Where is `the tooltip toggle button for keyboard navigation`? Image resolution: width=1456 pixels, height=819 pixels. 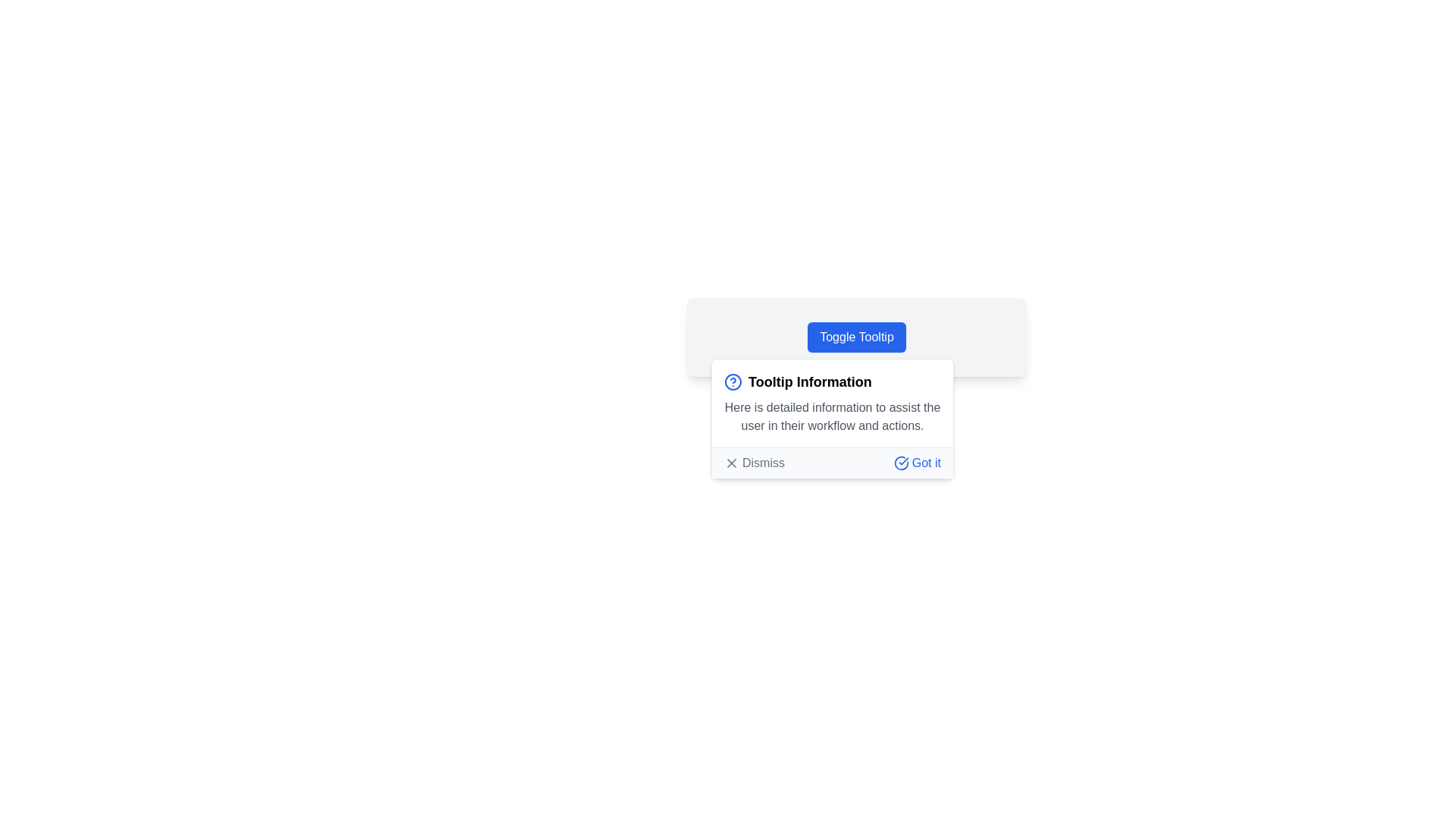 the tooltip toggle button for keyboard navigation is located at coordinates (856, 336).